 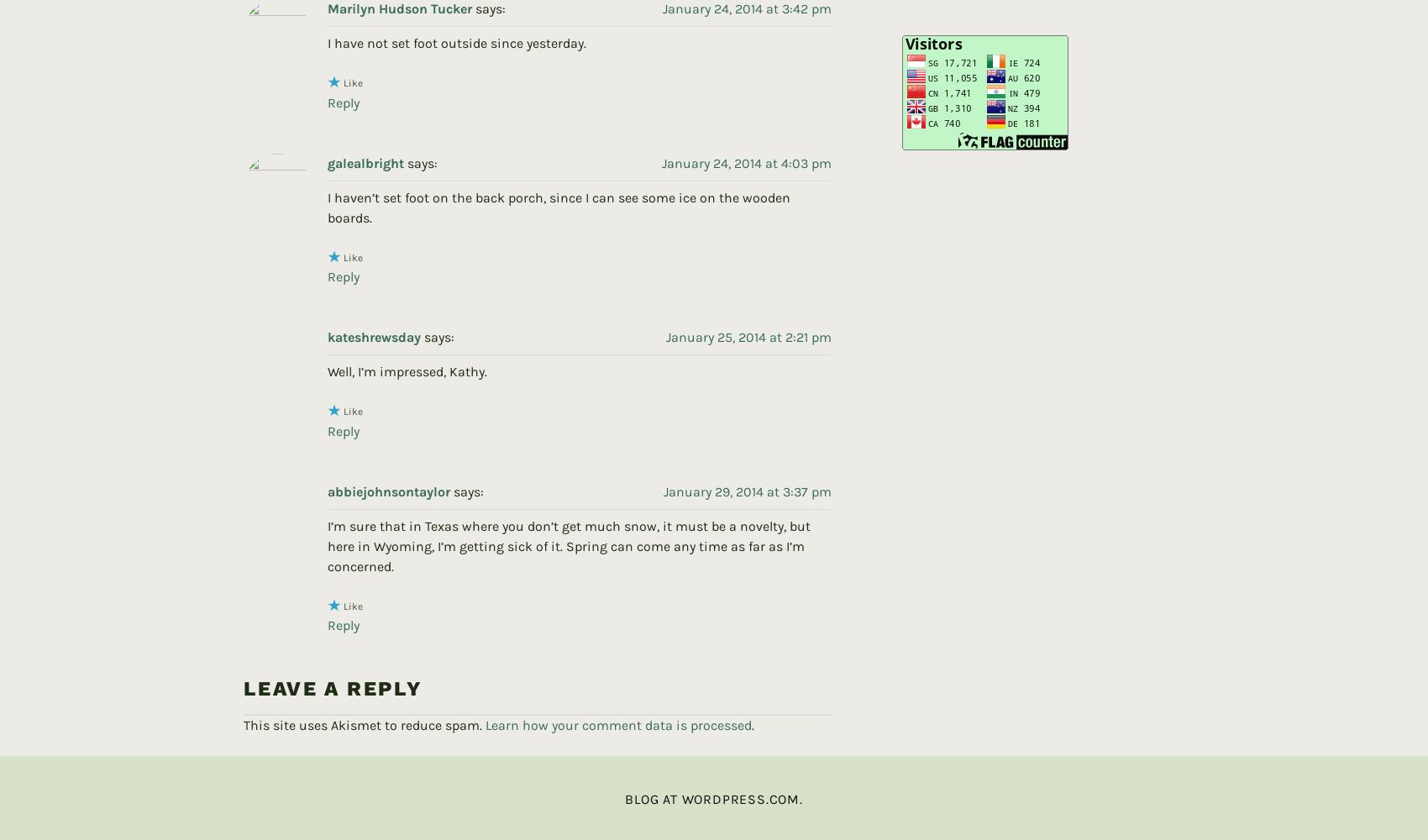 I want to click on 'I’m sure that in Texas where you don’t get much snow, it must be a novelty, but here in Wyoming, I’m getting sick of it. Spring can come any time as far as I’m concerned.', so click(x=569, y=517).